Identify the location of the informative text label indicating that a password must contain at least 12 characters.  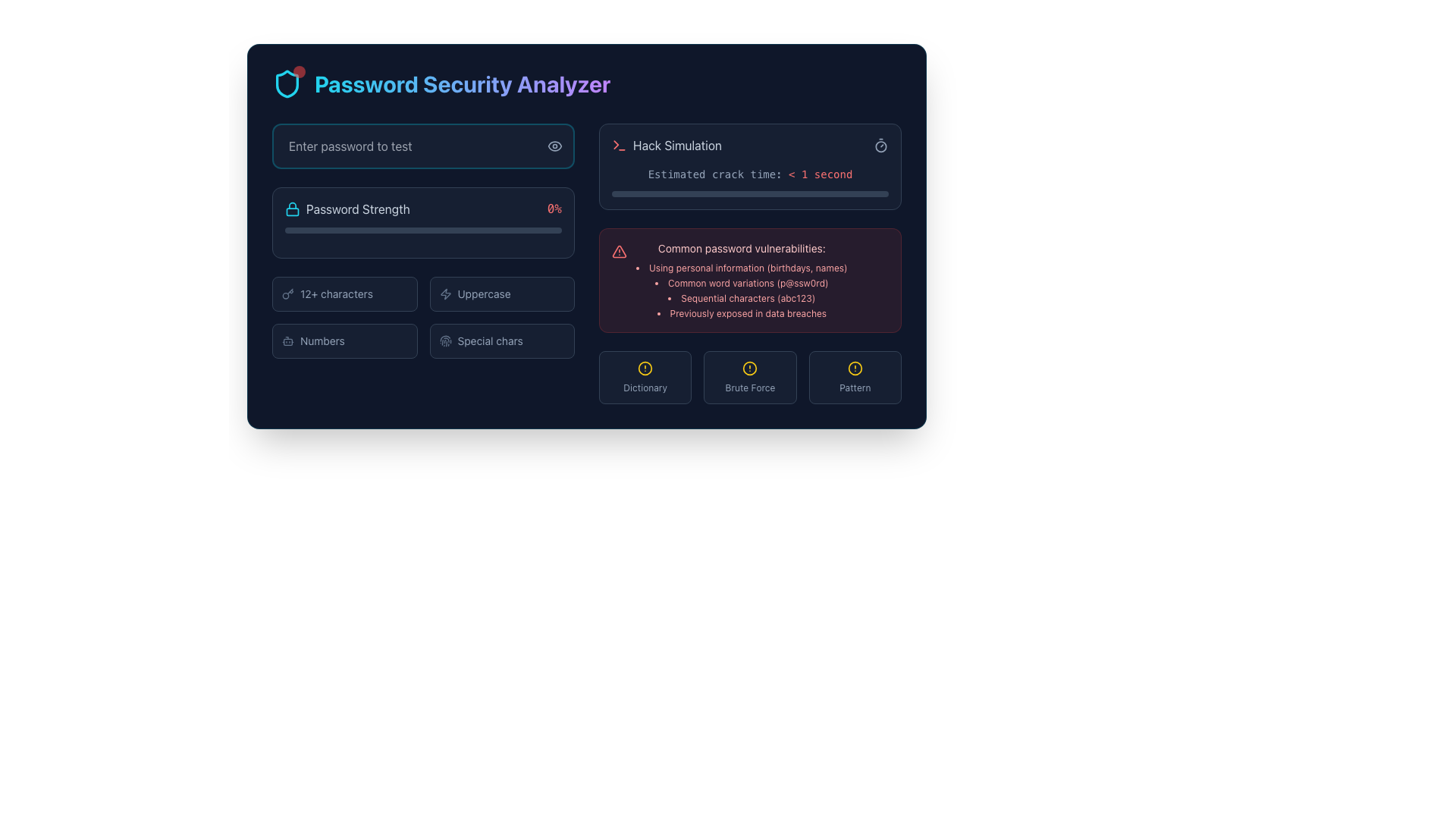
(335, 294).